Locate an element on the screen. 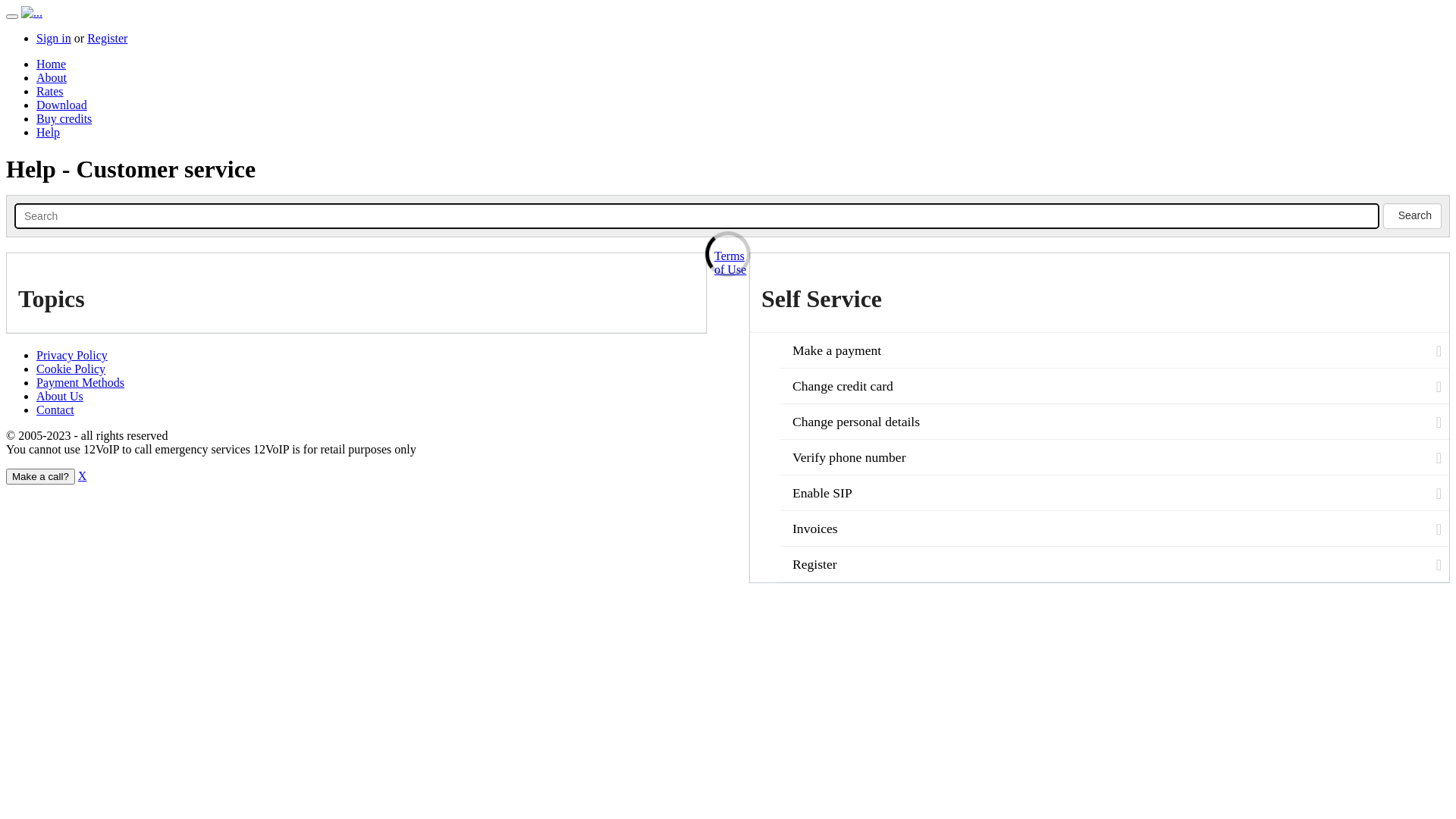 The height and width of the screenshot is (819, 1456). 'About' is located at coordinates (51, 77).